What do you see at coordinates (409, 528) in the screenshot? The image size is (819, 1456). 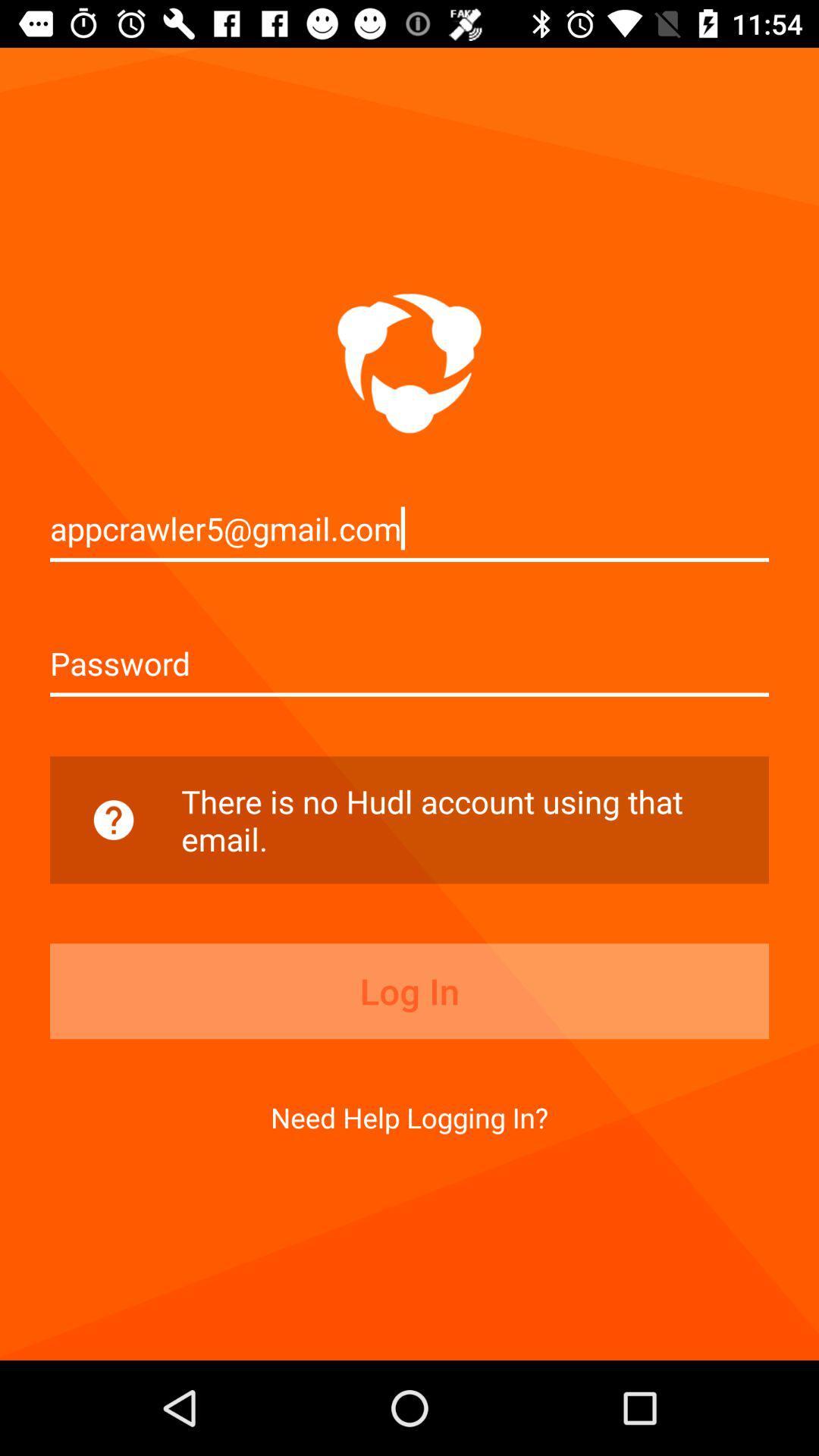 I see `the appcrawler5@gmail.com item` at bounding box center [409, 528].